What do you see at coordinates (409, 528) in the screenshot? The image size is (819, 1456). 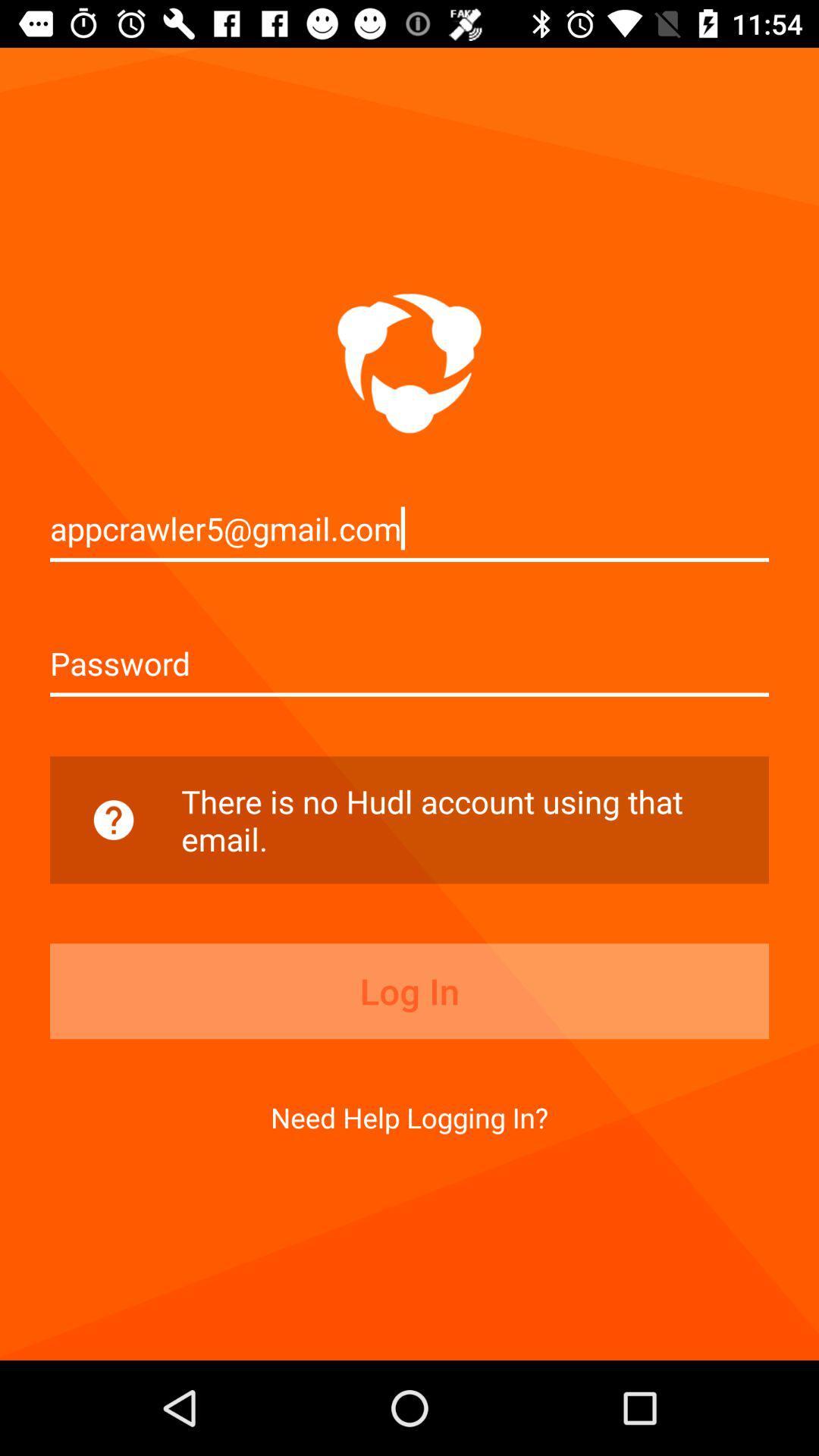 I see `the appcrawler5@gmail.com item` at bounding box center [409, 528].